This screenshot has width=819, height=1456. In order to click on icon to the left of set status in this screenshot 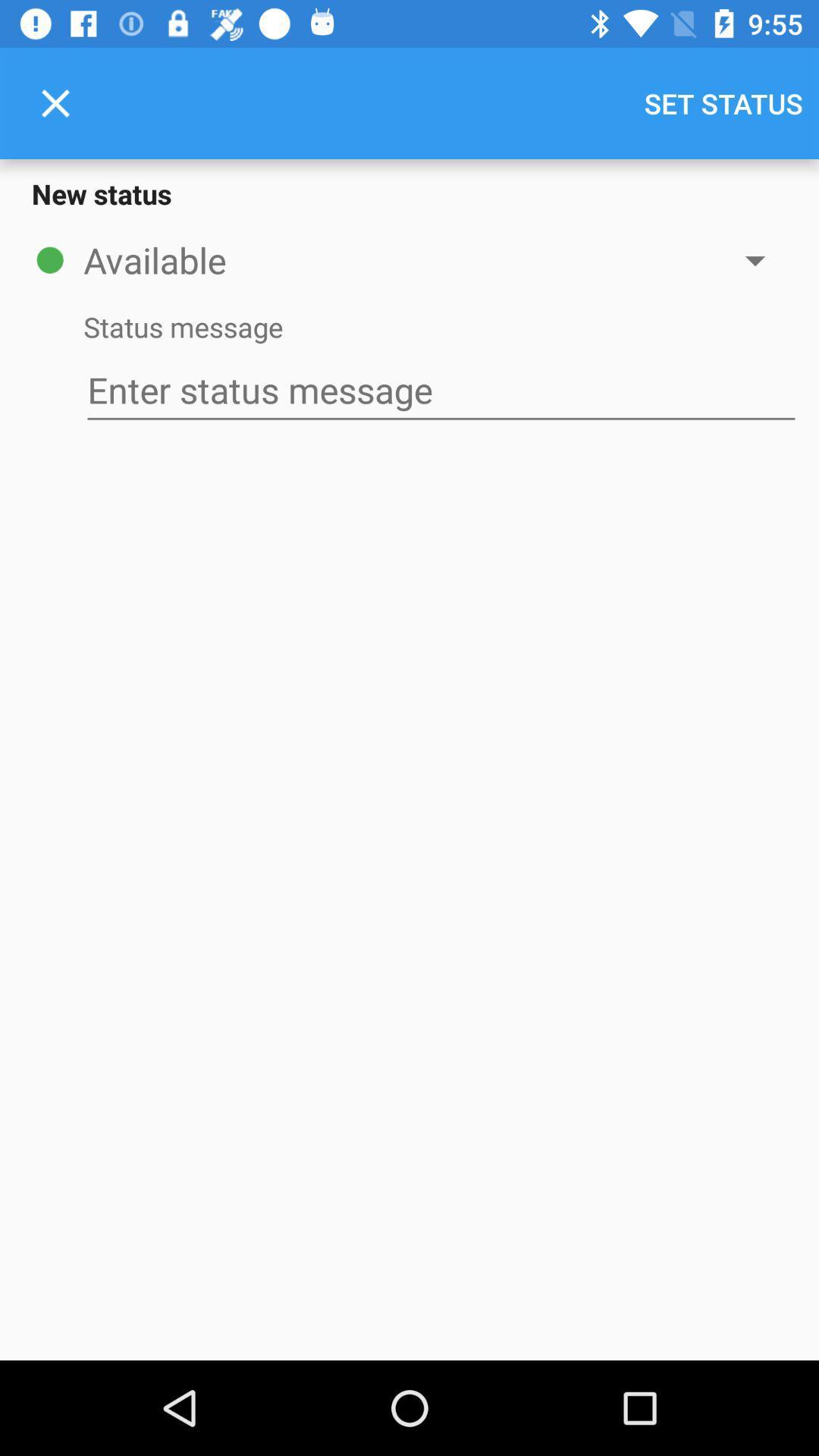, I will do `click(55, 102)`.